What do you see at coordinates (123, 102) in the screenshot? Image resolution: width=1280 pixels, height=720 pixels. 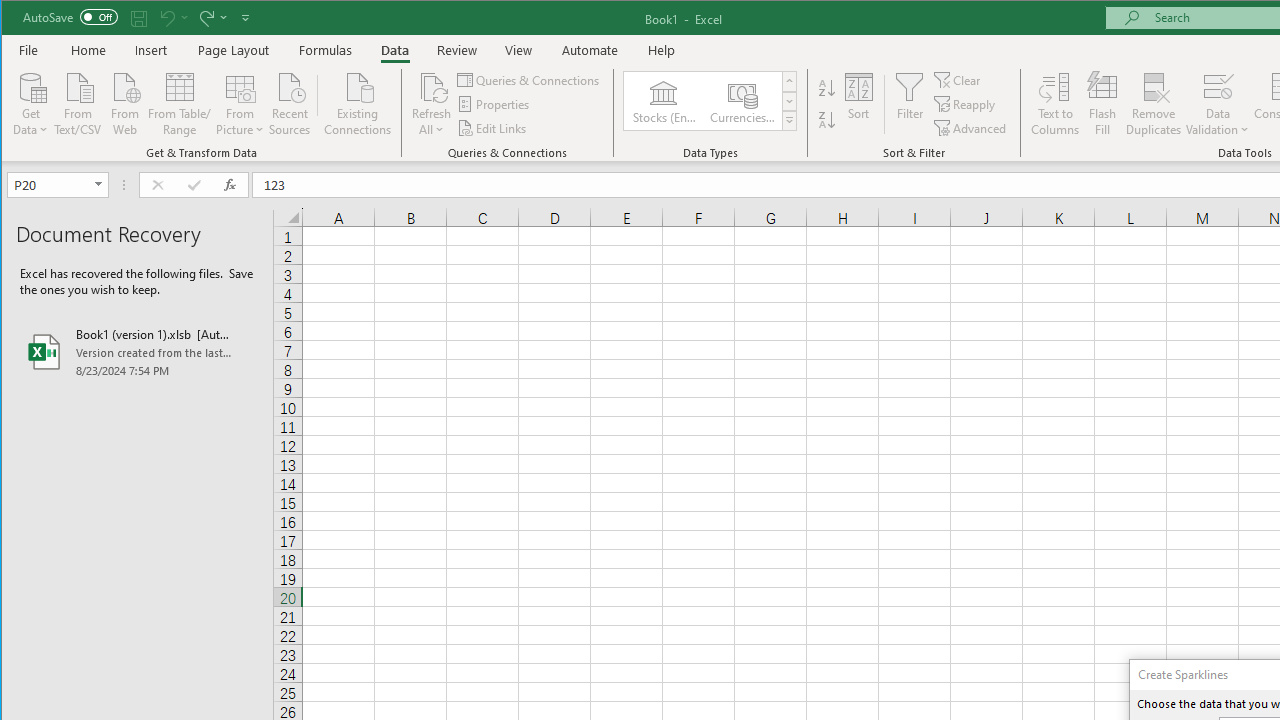 I see `'From Web'` at bounding box center [123, 102].